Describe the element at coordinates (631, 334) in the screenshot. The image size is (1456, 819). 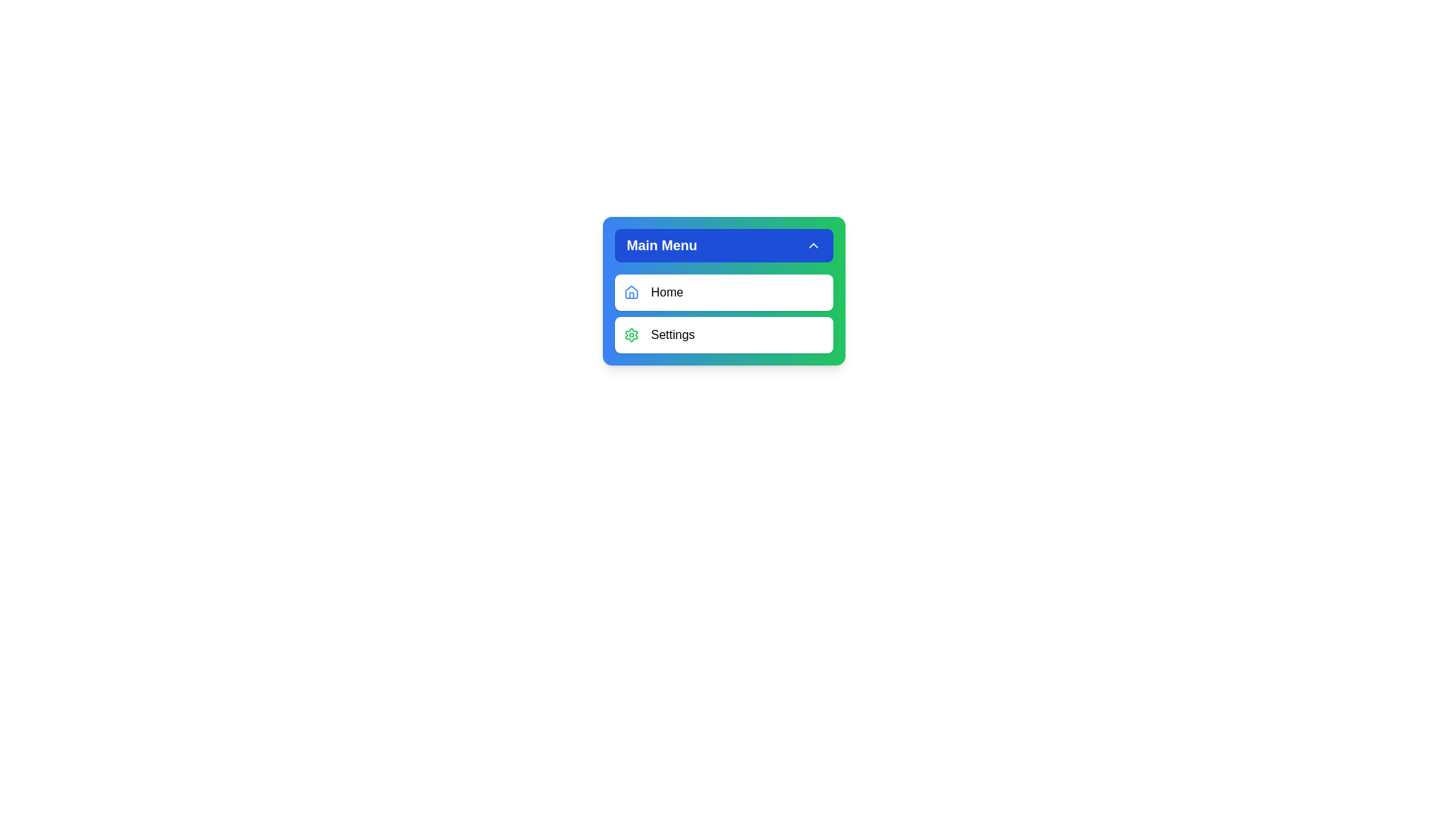
I see `the gear-shaped icon that indicates the 'Settings' option in the 'Main Menu' dropdown, located next to the 'Settings' label` at that location.